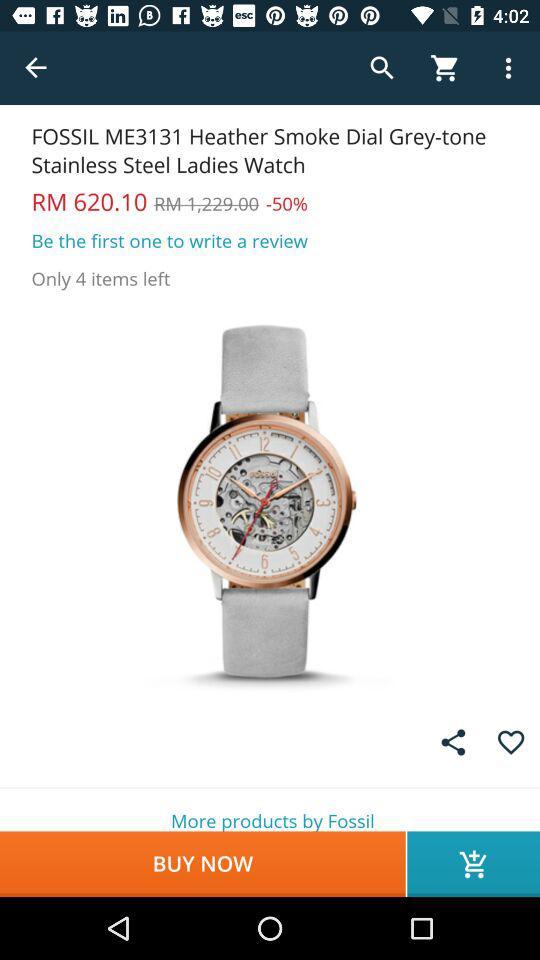  I want to click on the watch, so click(270, 500).